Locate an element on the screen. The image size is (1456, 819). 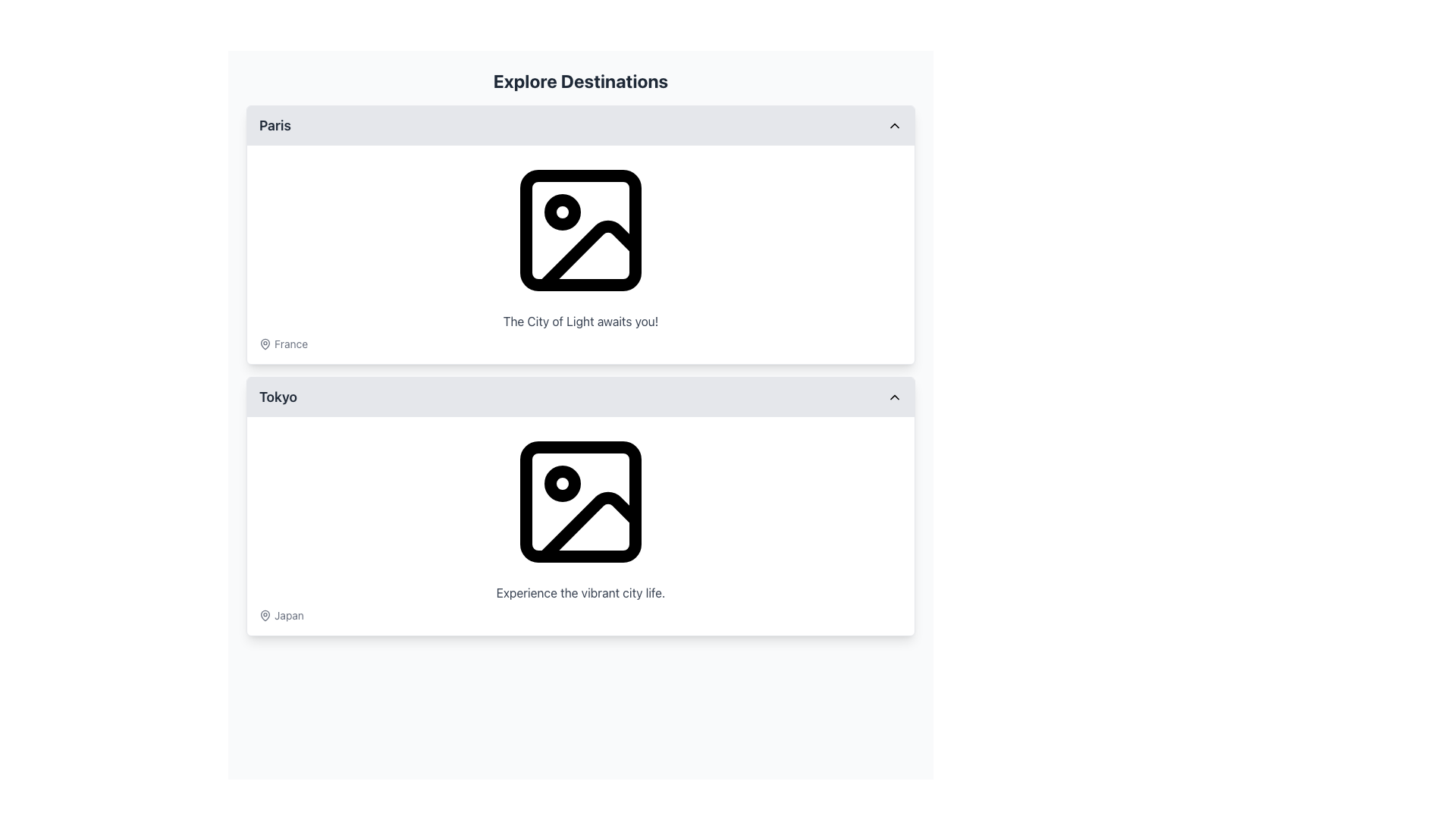
text label displaying 'Paris' in bold font located at the top-left corner of the city information card is located at coordinates (275, 124).